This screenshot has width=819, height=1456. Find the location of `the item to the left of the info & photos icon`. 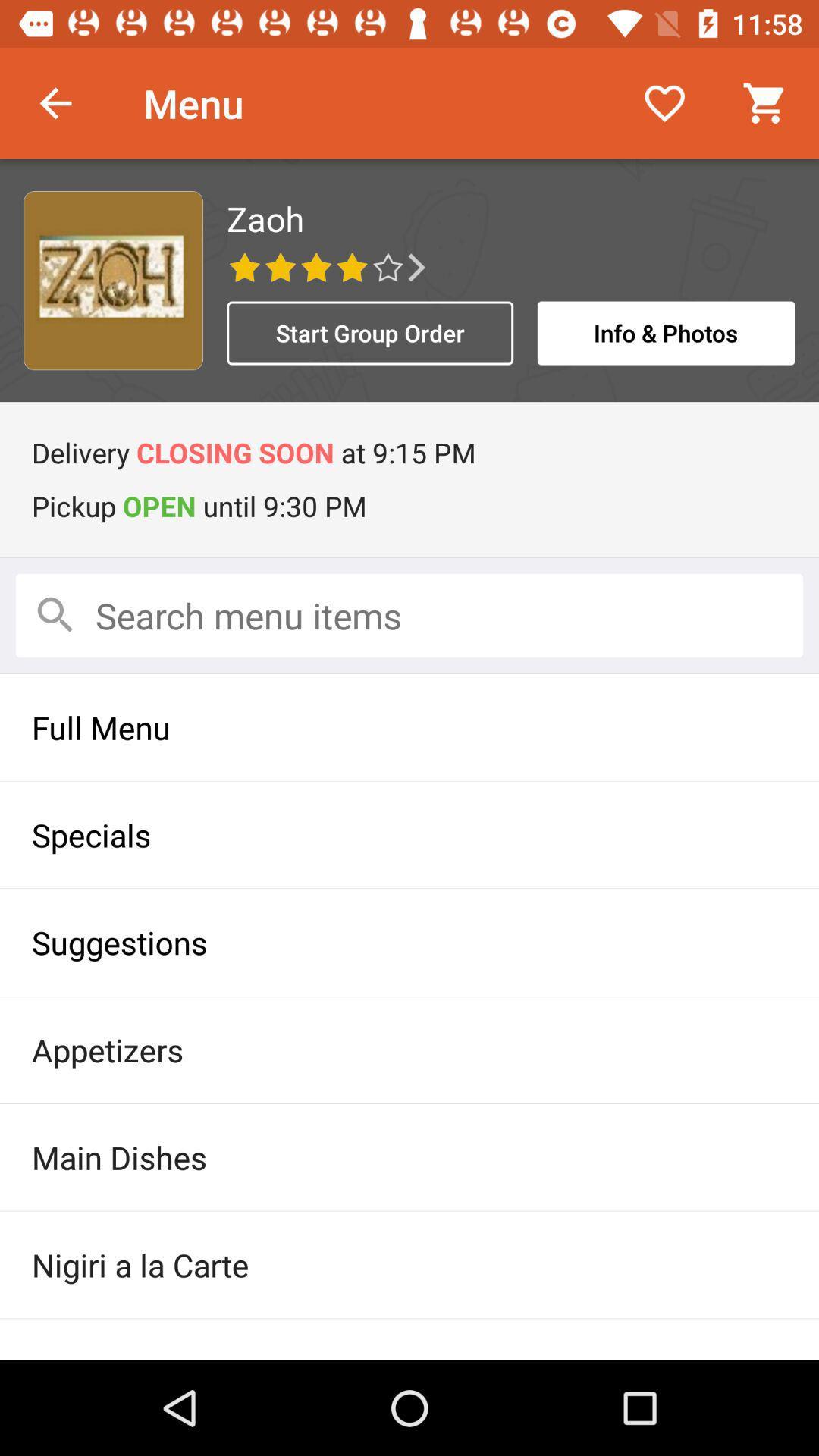

the item to the left of the info & photos icon is located at coordinates (370, 332).